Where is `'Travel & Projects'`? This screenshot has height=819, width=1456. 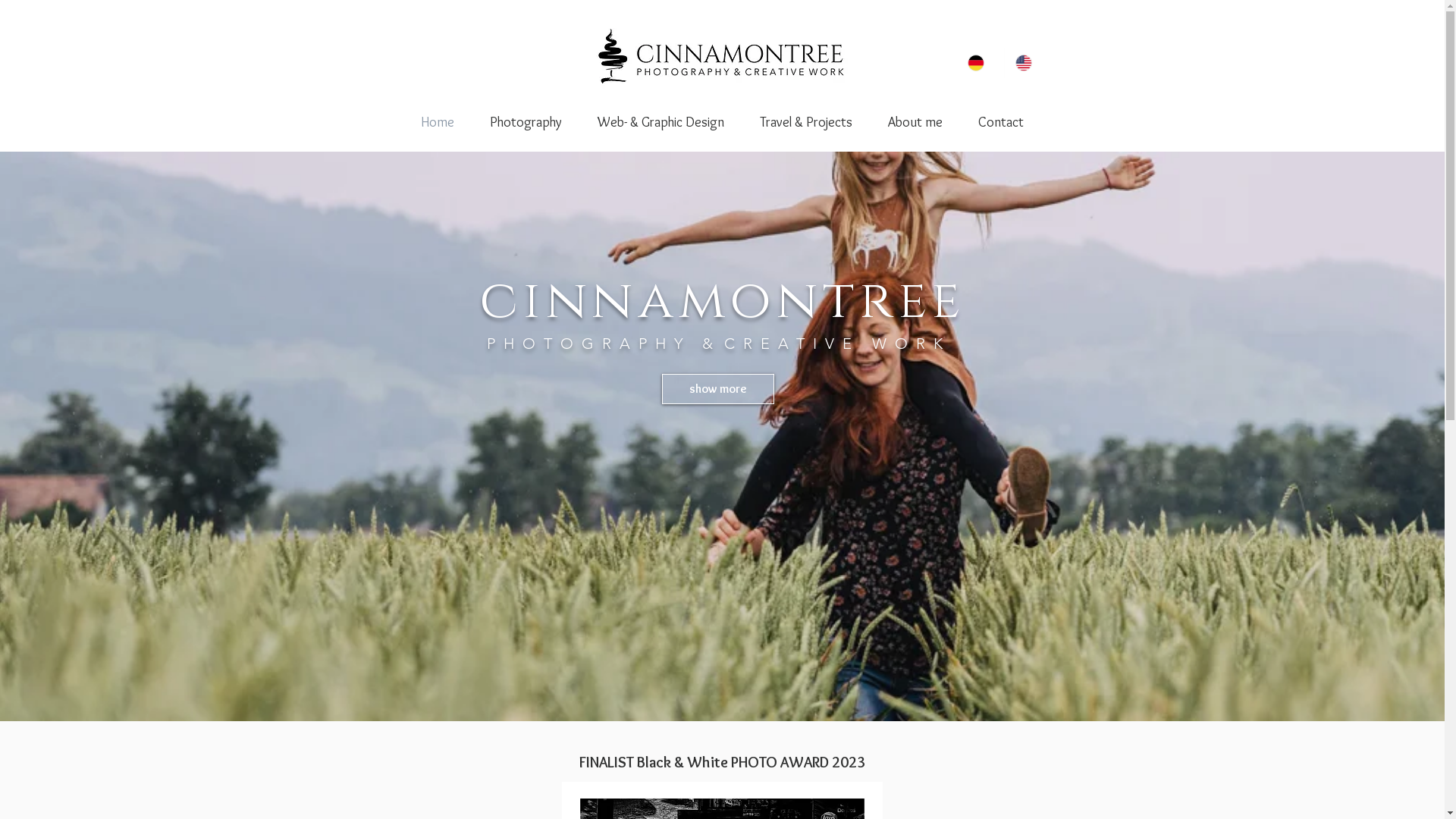
'Travel & Projects' is located at coordinates (742, 121).